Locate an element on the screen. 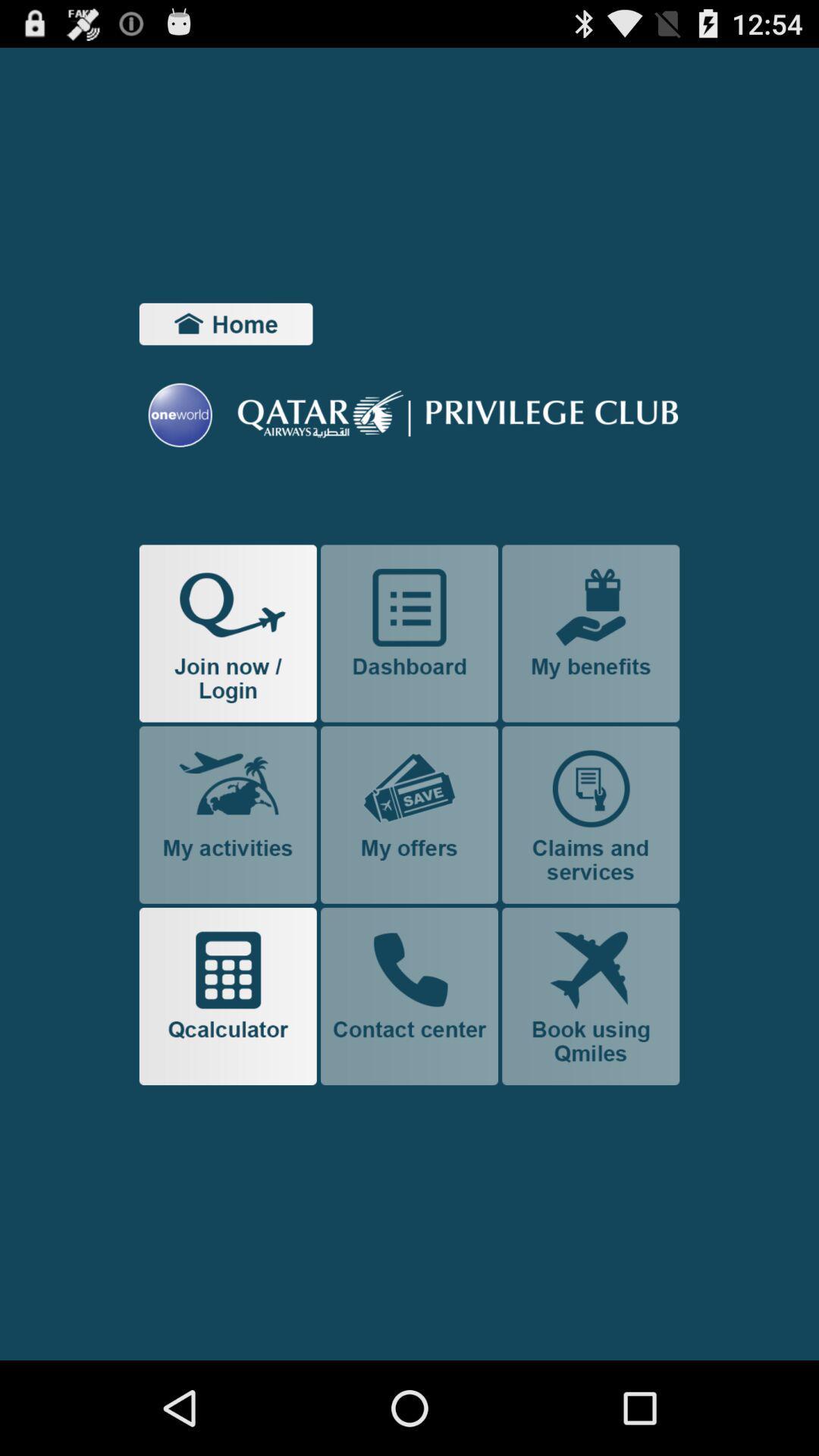 This screenshot has width=819, height=1456. item at the top left corner is located at coordinates (226, 323).